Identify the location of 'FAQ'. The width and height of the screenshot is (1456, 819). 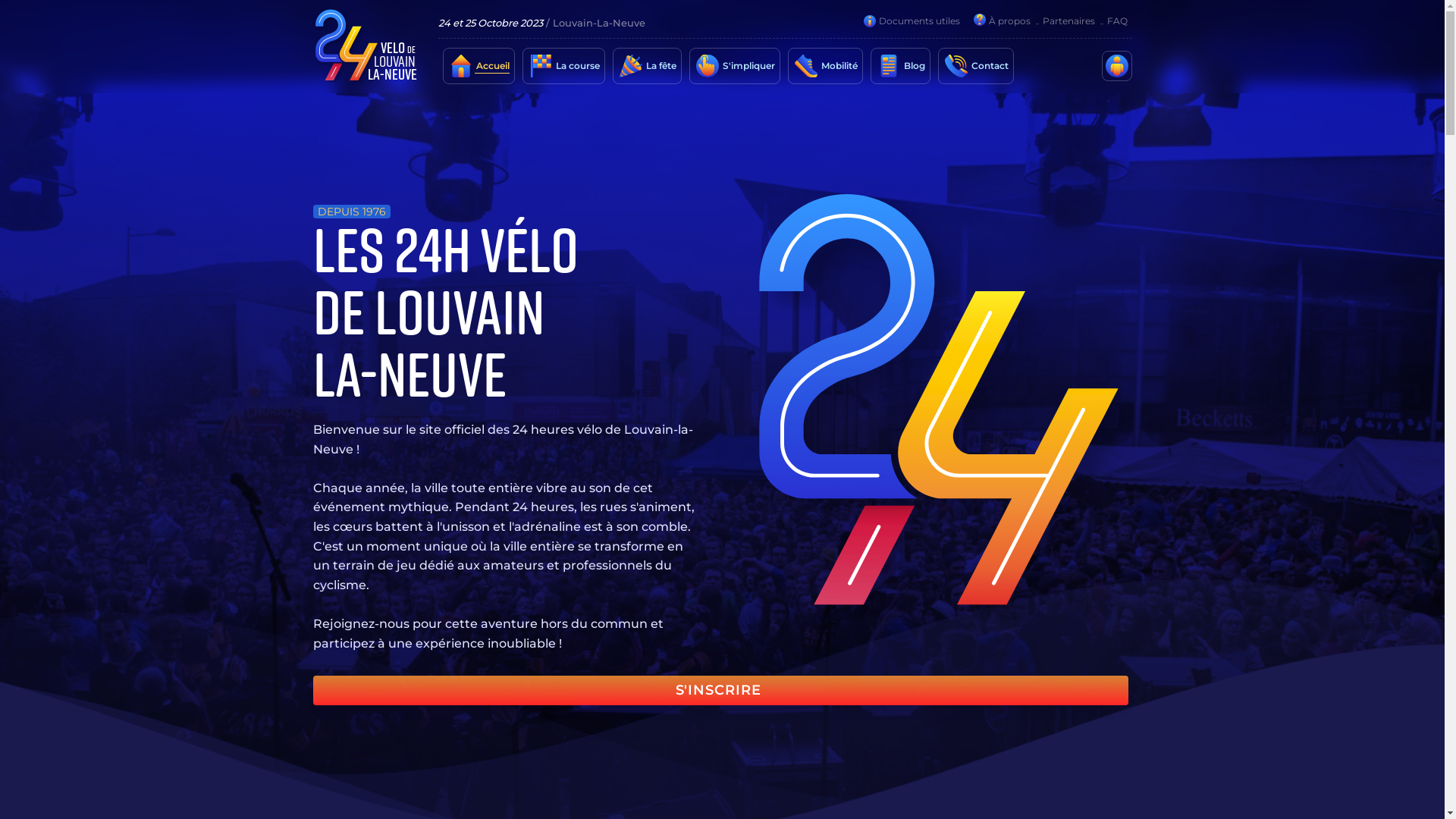
(1116, 20).